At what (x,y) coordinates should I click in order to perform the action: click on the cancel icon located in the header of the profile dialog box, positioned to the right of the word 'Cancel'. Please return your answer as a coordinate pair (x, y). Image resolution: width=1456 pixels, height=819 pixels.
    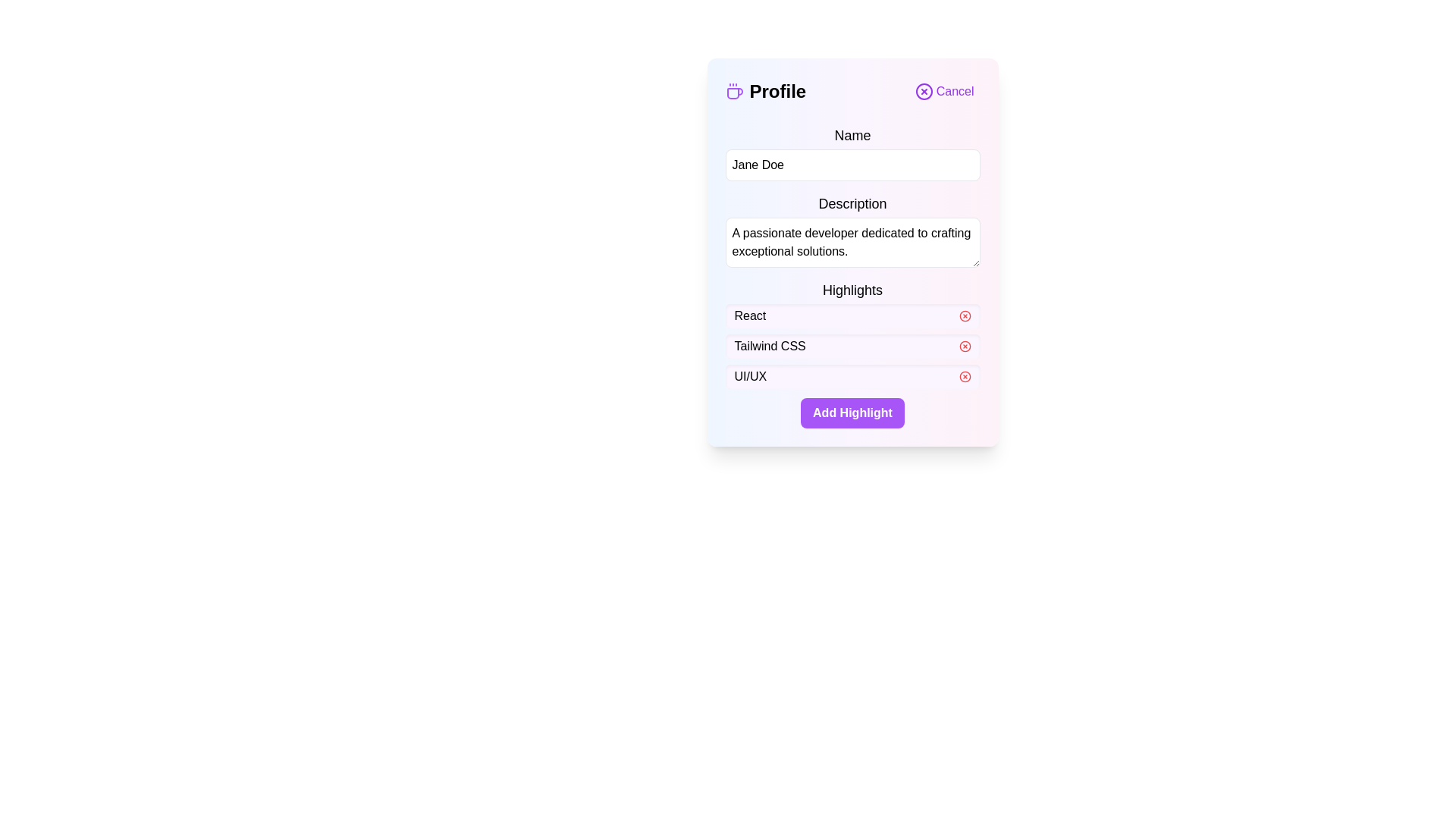
    Looking at the image, I should click on (923, 91).